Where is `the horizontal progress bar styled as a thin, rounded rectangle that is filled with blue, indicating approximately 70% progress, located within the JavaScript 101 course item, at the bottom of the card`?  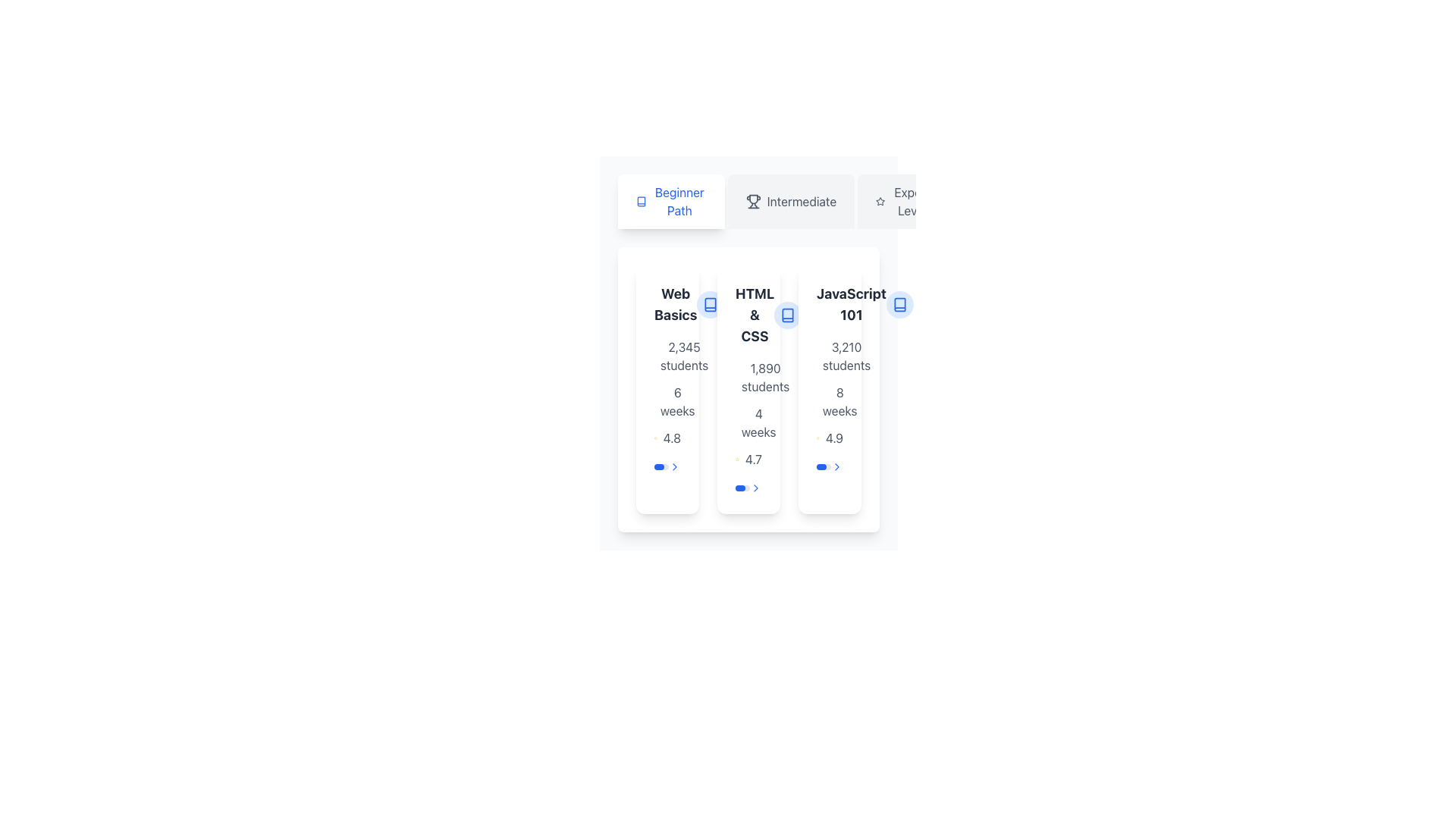
the horizontal progress bar styled as a thin, rounded rectangle that is filled with blue, indicating approximately 70% progress, located within the JavaScript 101 course item, at the bottom of the card is located at coordinates (823, 466).